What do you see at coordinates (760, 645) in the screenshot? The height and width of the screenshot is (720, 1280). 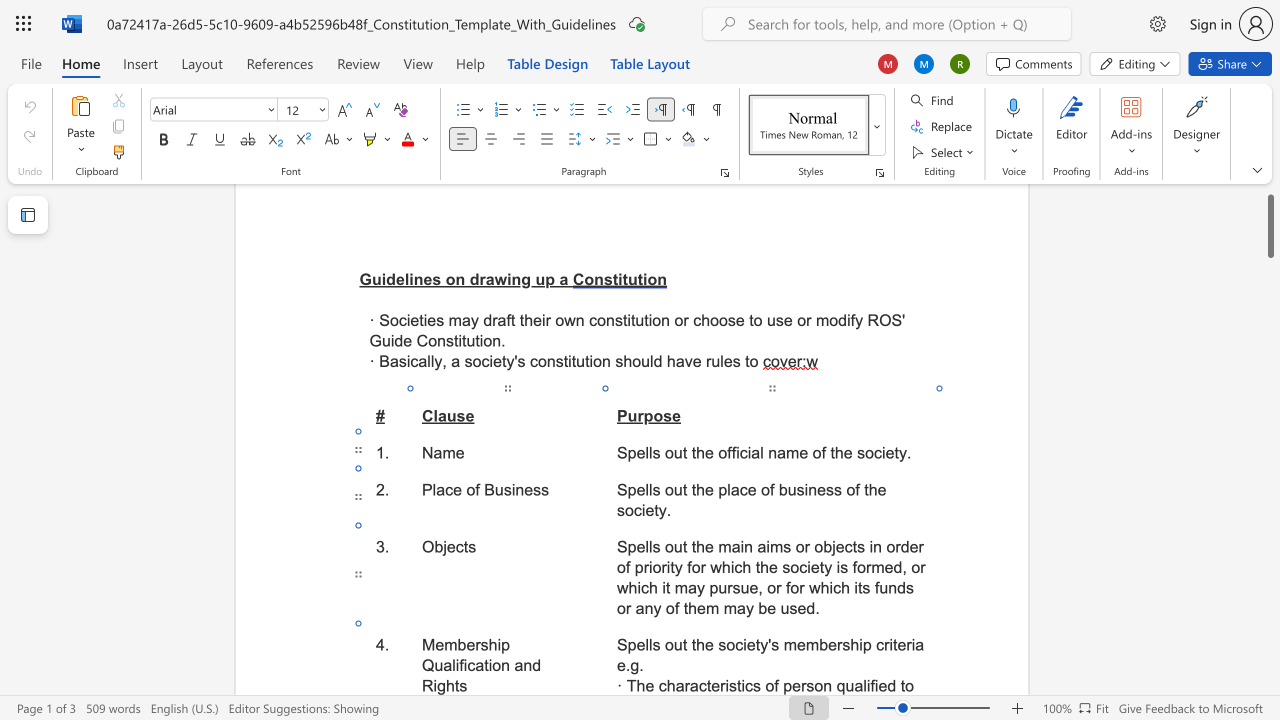 I see `the space between the continuous character "t" and "y" in the text` at bounding box center [760, 645].